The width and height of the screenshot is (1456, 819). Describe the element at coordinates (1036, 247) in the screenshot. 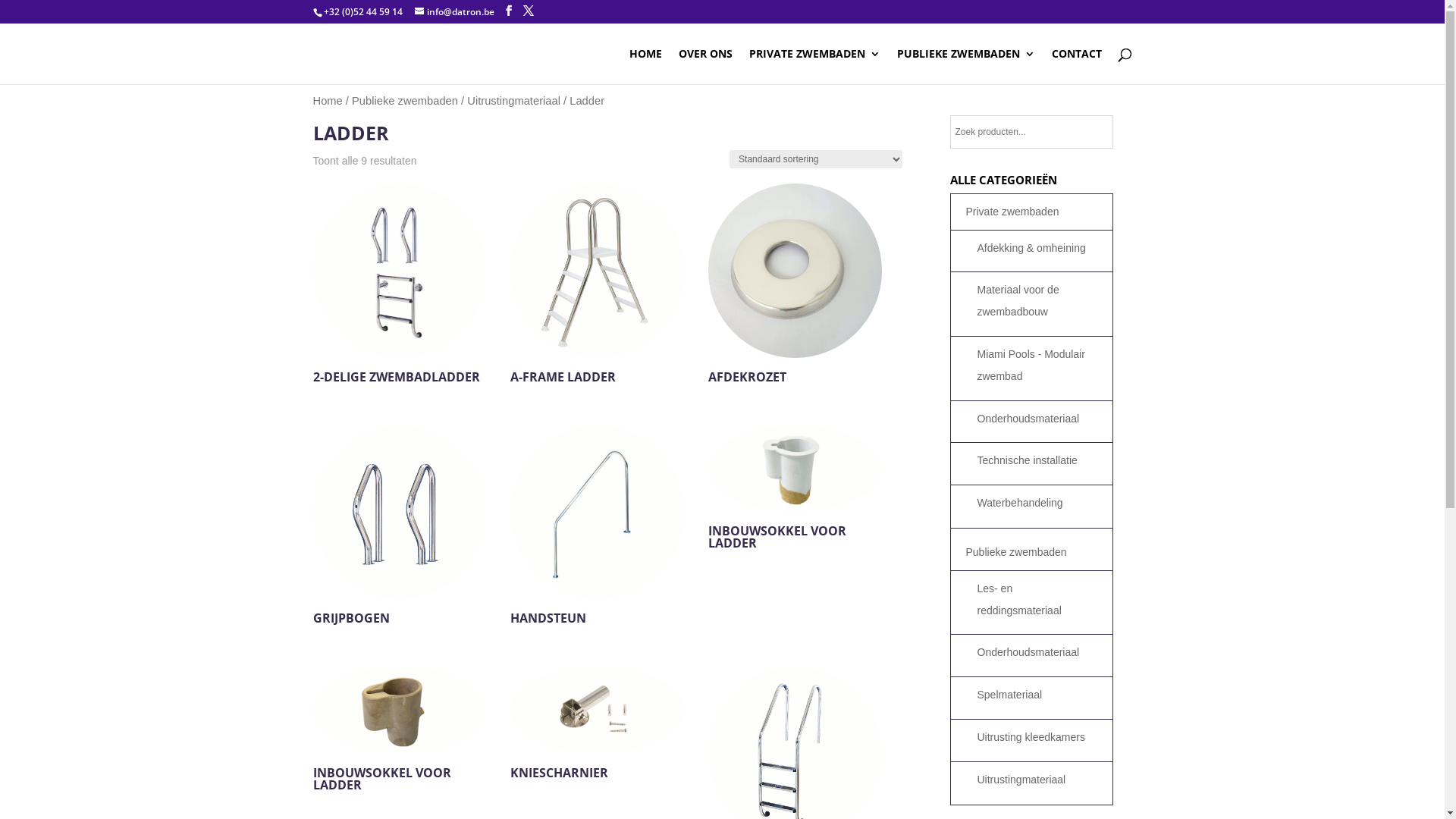

I see `'Afdekking & omheining'` at that location.